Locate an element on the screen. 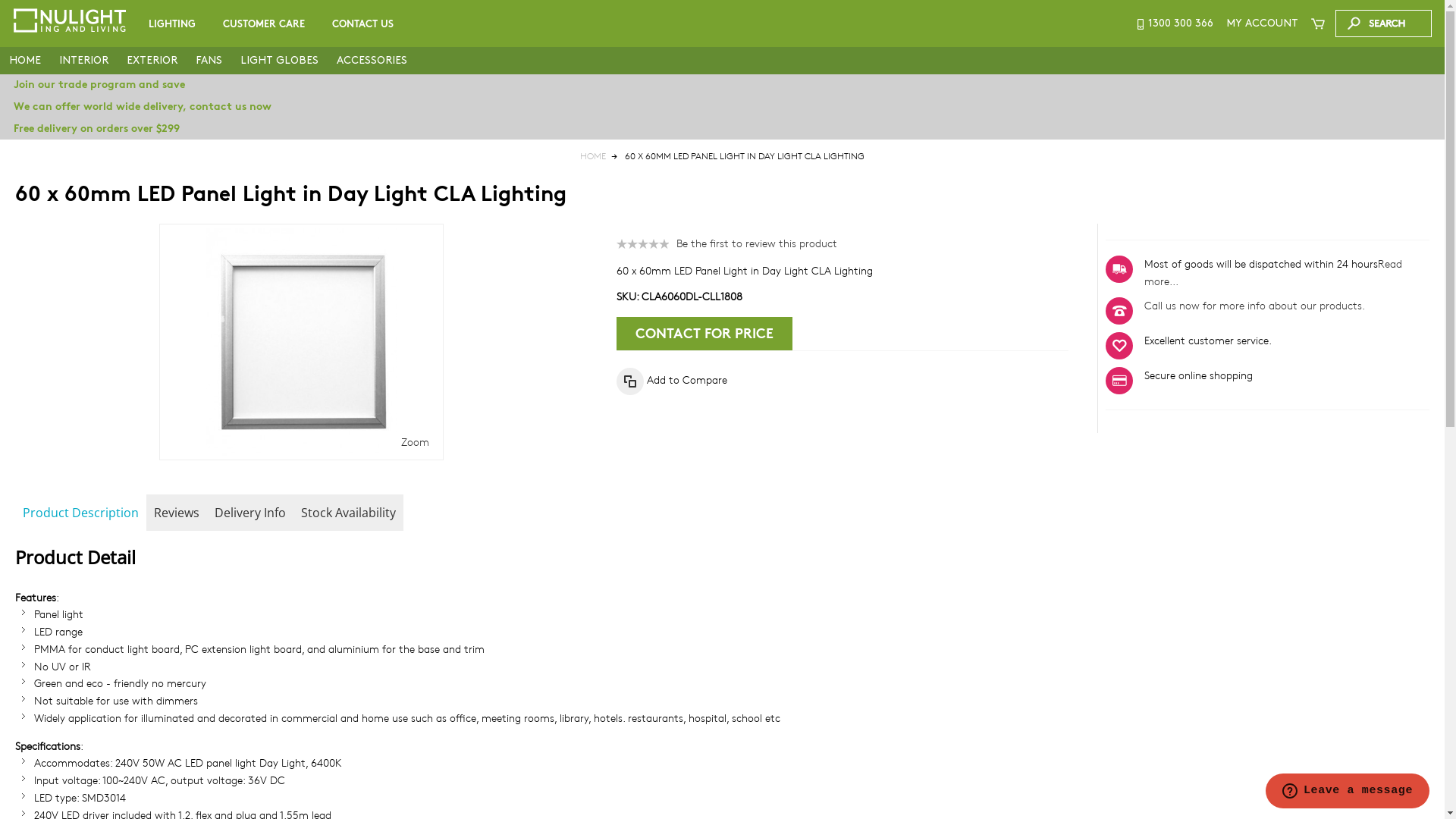 This screenshot has width=1456, height=819. 'CUSTOMER CARE' is located at coordinates (264, 24).